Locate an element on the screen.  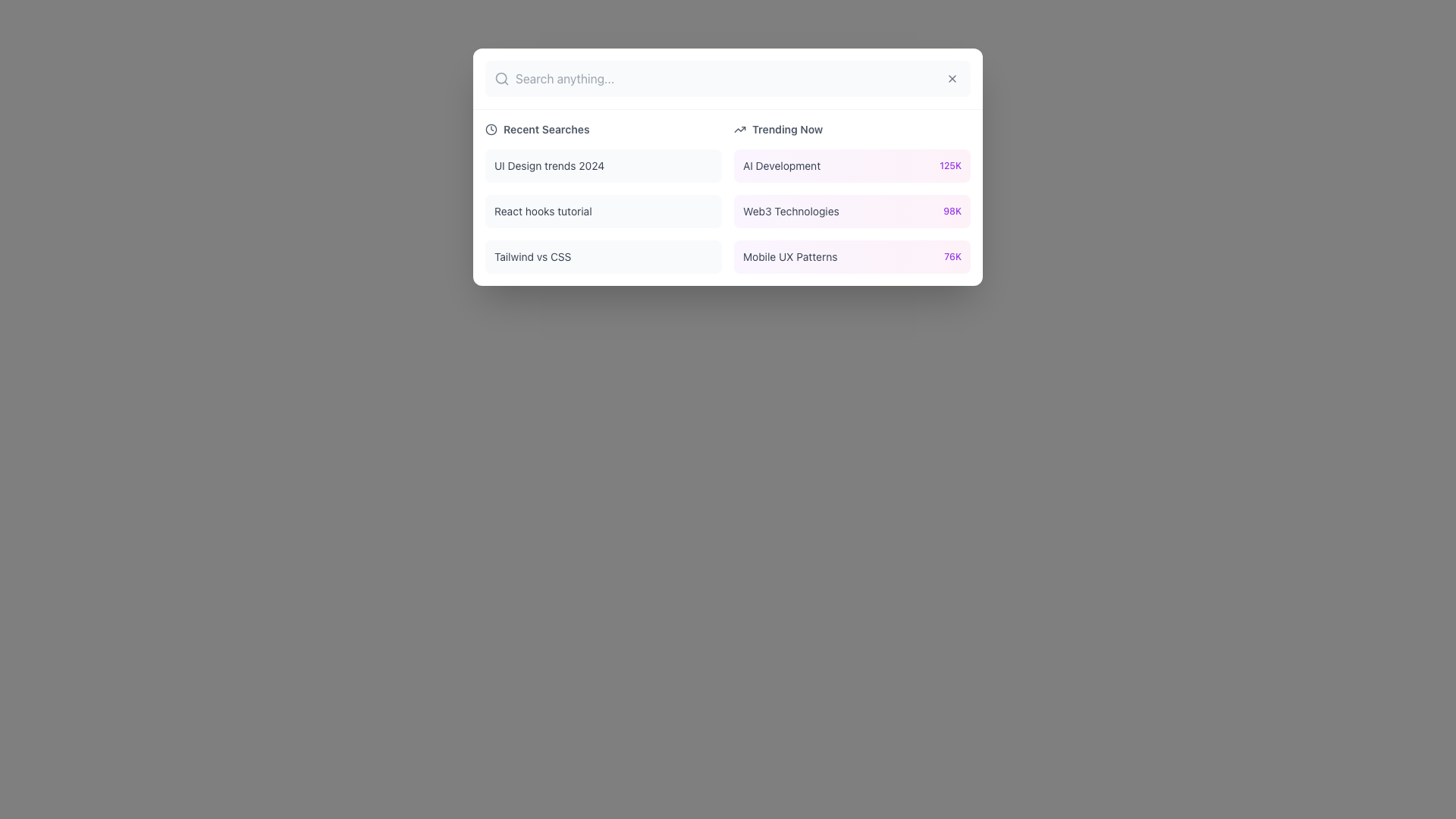
the text label for the trend 'Mobile UX Patterns' located in the 'Trending Now' section, which is positioned at the bottom-right corner of the displayed list is located at coordinates (789, 256).